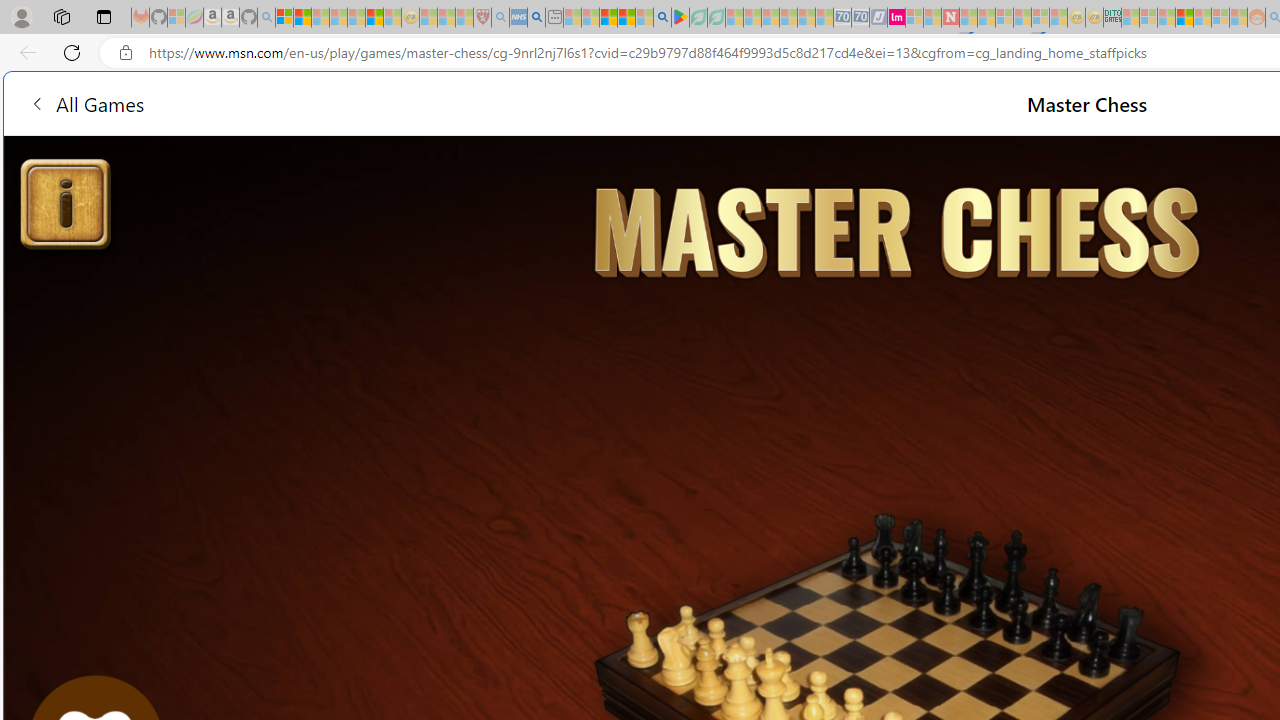 The image size is (1280, 720). I want to click on 'Expert Portfolios', so click(1184, 17).